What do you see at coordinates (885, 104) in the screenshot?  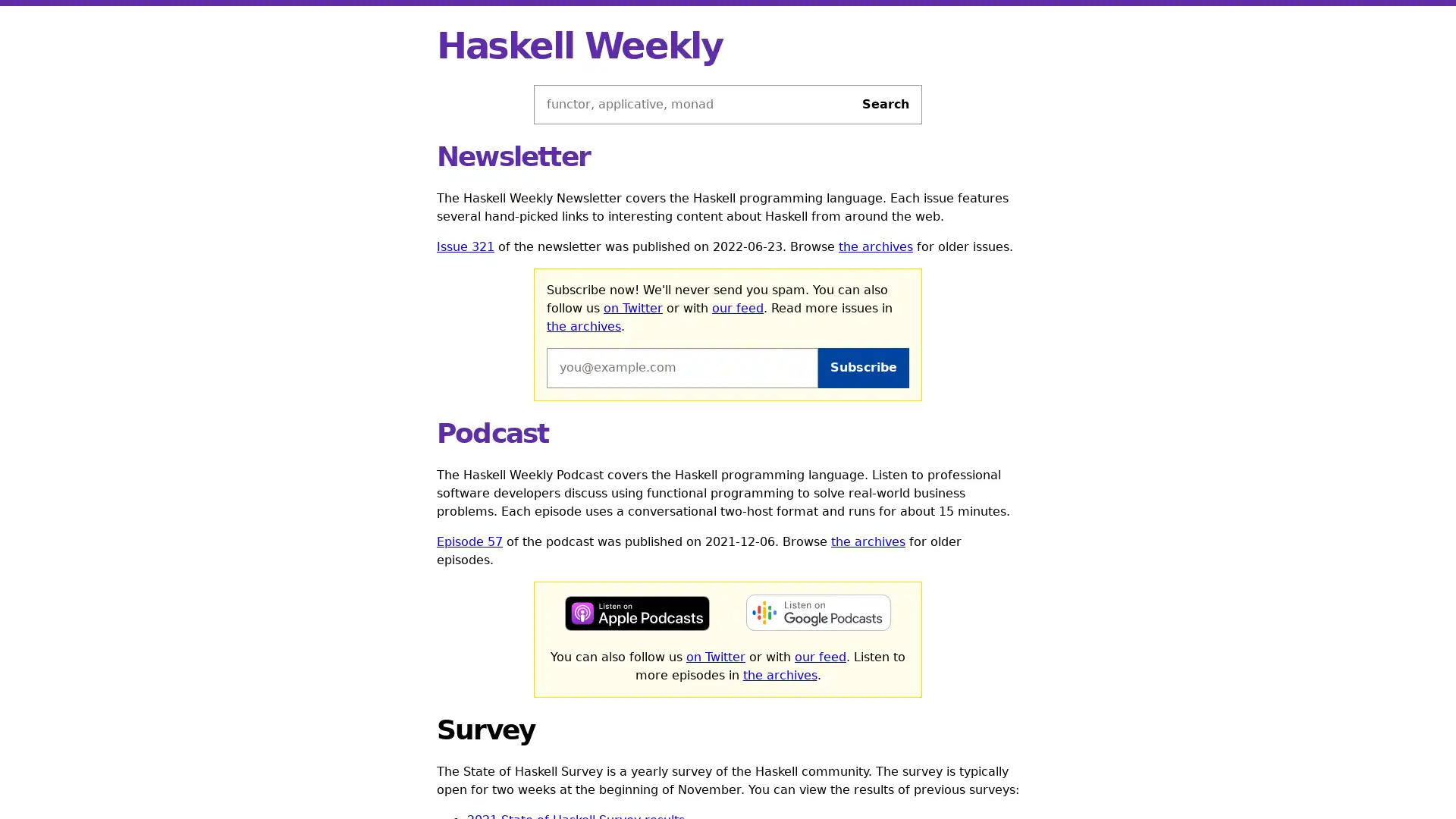 I see `Search` at bounding box center [885, 104].